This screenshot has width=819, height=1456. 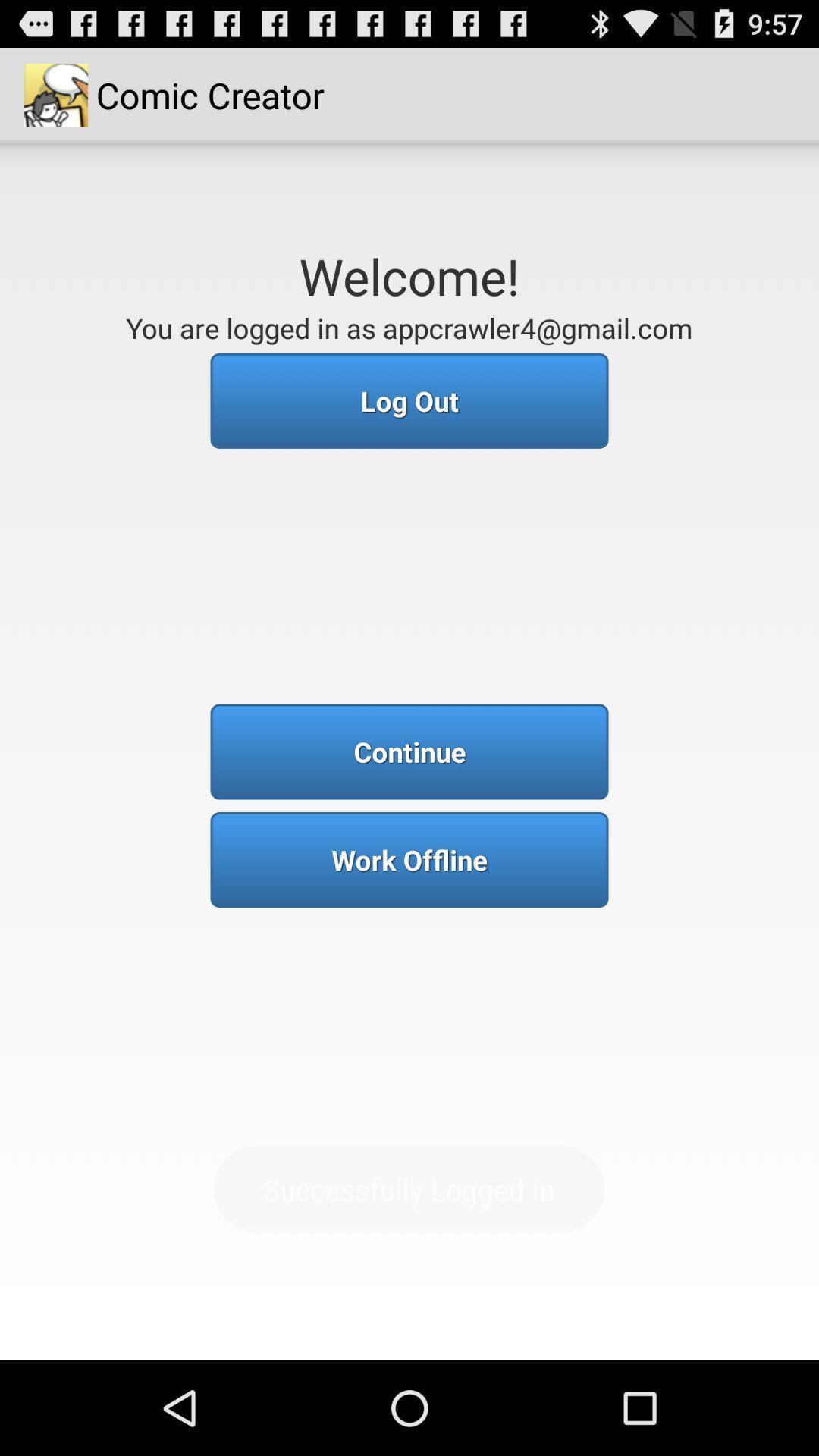 I want to click on the item below the continue item, so click(x=409, y=859).